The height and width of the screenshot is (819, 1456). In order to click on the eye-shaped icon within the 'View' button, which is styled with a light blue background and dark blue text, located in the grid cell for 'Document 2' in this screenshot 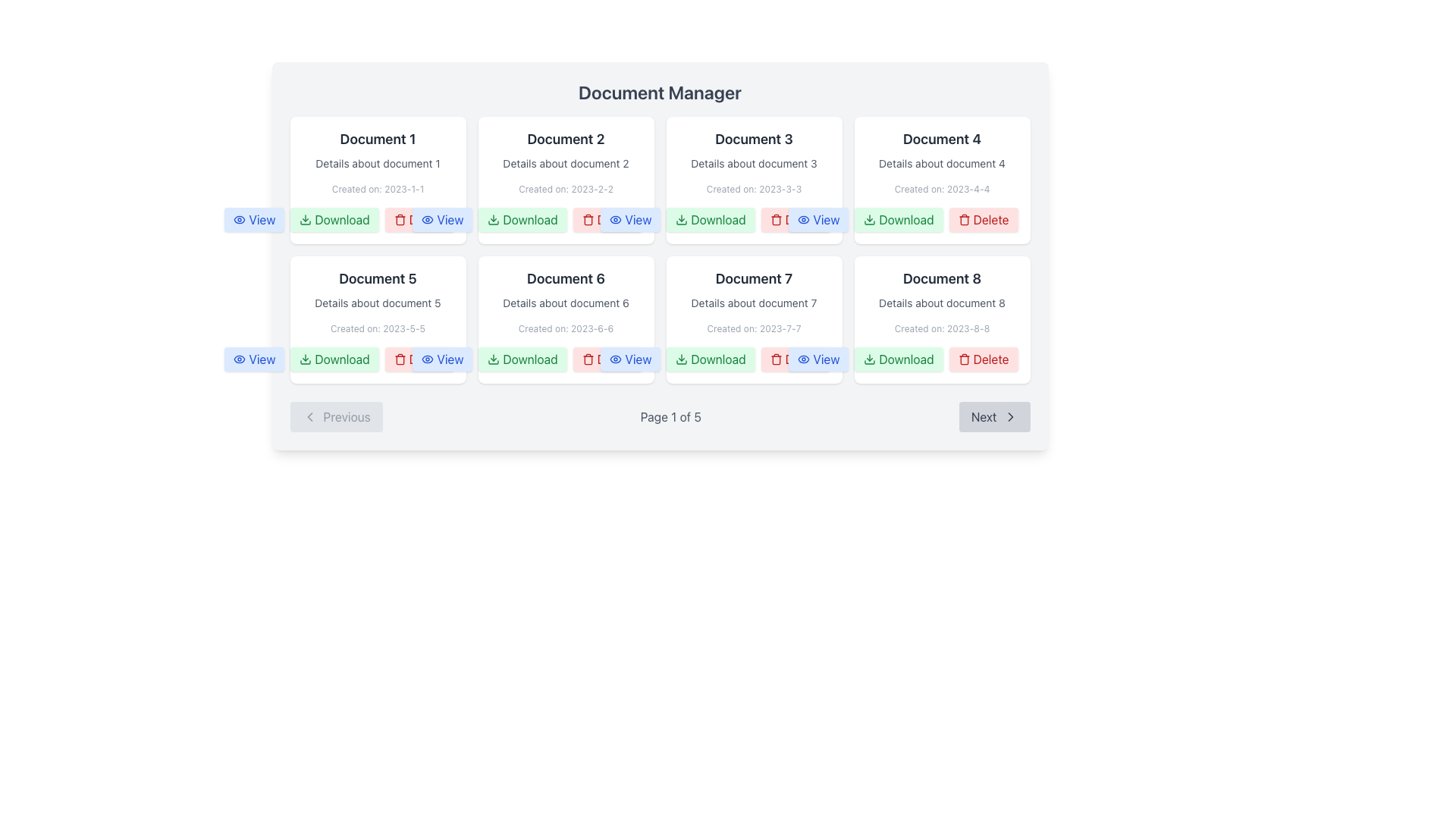, I will do `click(616, 219)`.